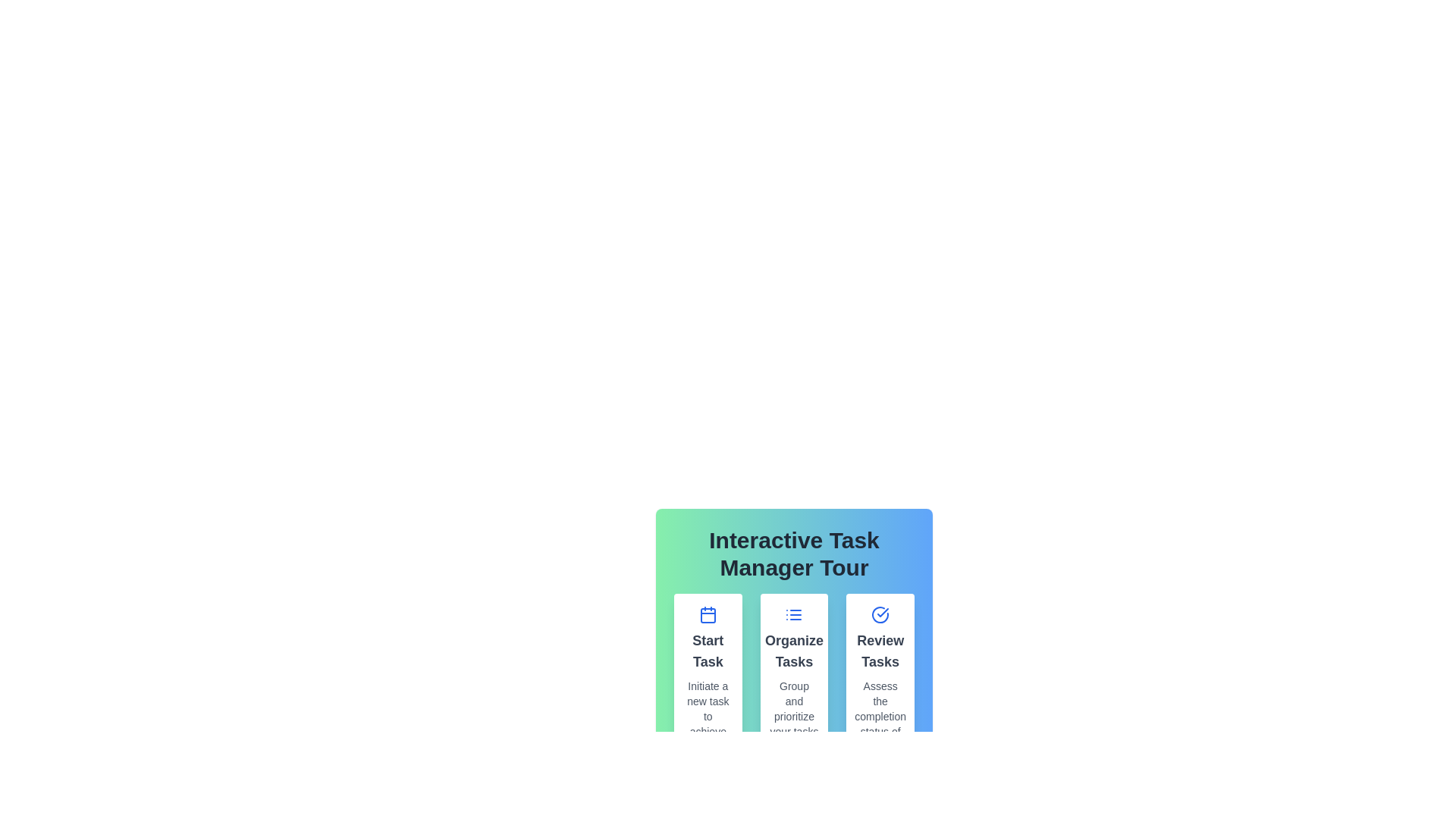  Describe the element at coordinates (707, 723) in the screenshot. I see `text element that contains 'Initiate a new task to achieve your goals.' styled in a small gray font, located below the 'Start Task' text in the first column of a three-column layout` at that location.